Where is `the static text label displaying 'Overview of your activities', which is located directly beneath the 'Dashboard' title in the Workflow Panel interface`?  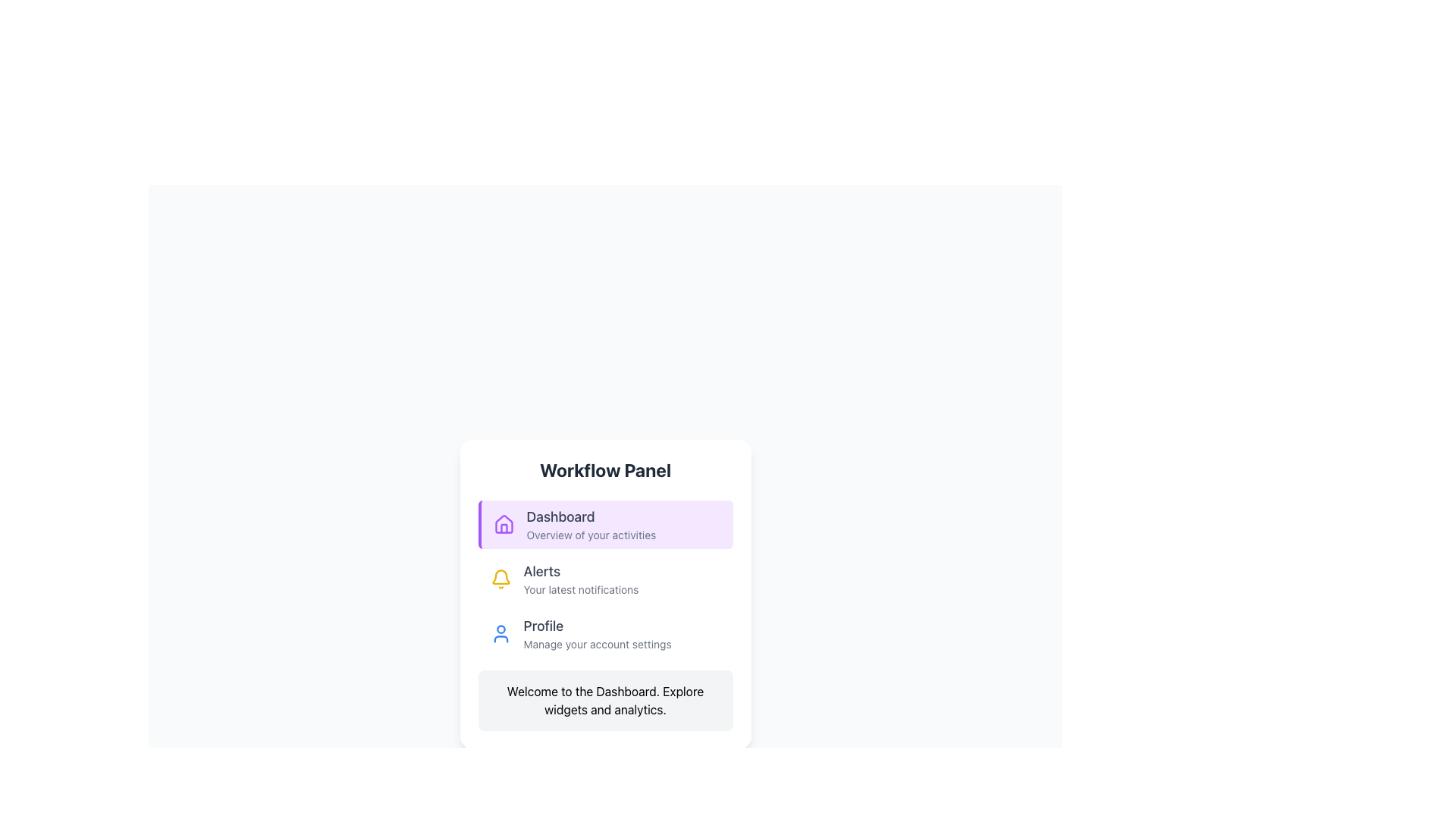 the static text label displaying 'Overview of your activities', which is located directly beneath the 'Dashboard' title in the Workflow Panel interface is located at coordinates (590, 534).